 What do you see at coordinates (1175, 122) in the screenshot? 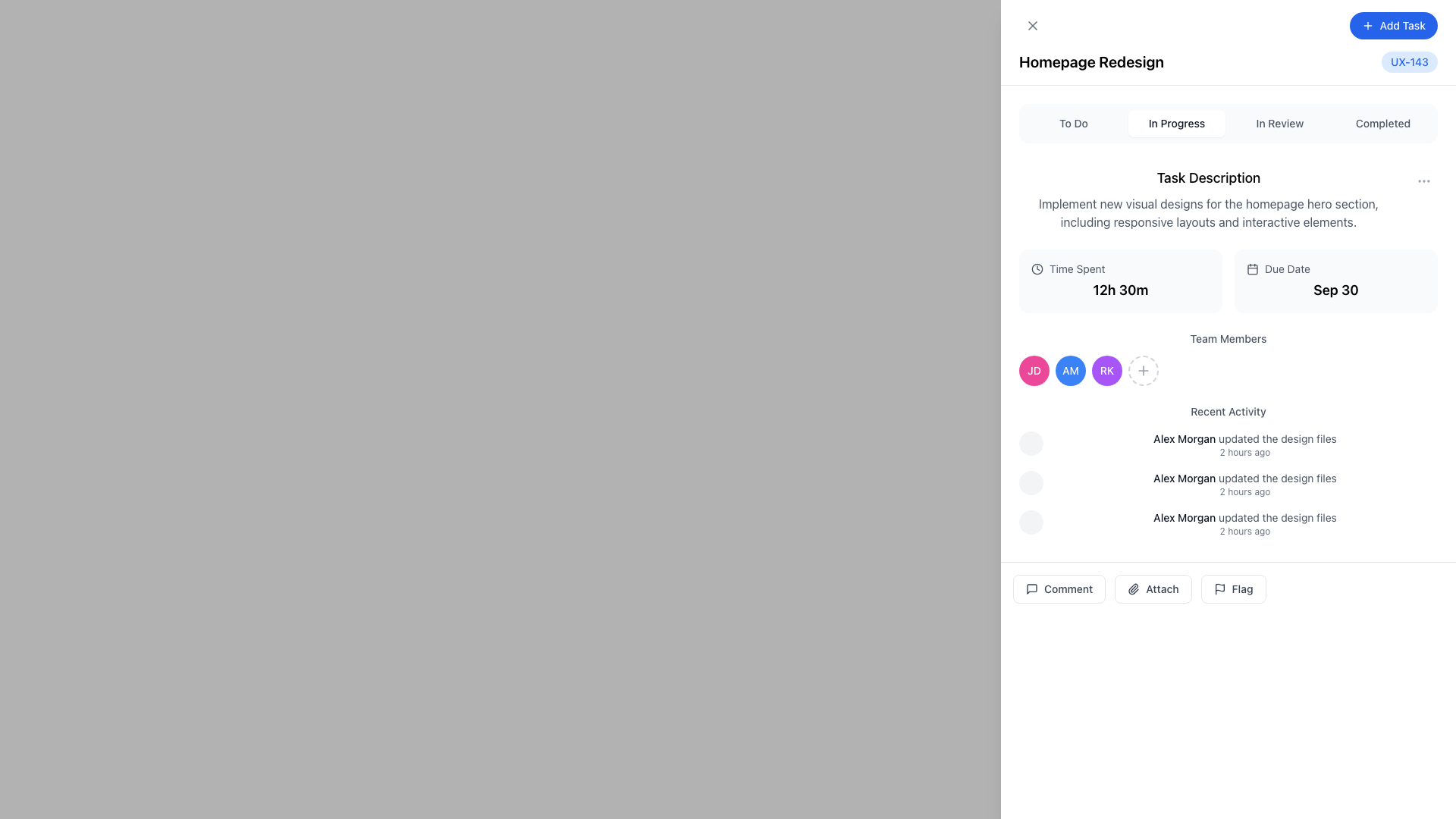
I see `the 'In Progress' button, which is a rectangular button with a light gray background and bold black text, located in the center top region of the content area` at bounding box center [1175, 122].